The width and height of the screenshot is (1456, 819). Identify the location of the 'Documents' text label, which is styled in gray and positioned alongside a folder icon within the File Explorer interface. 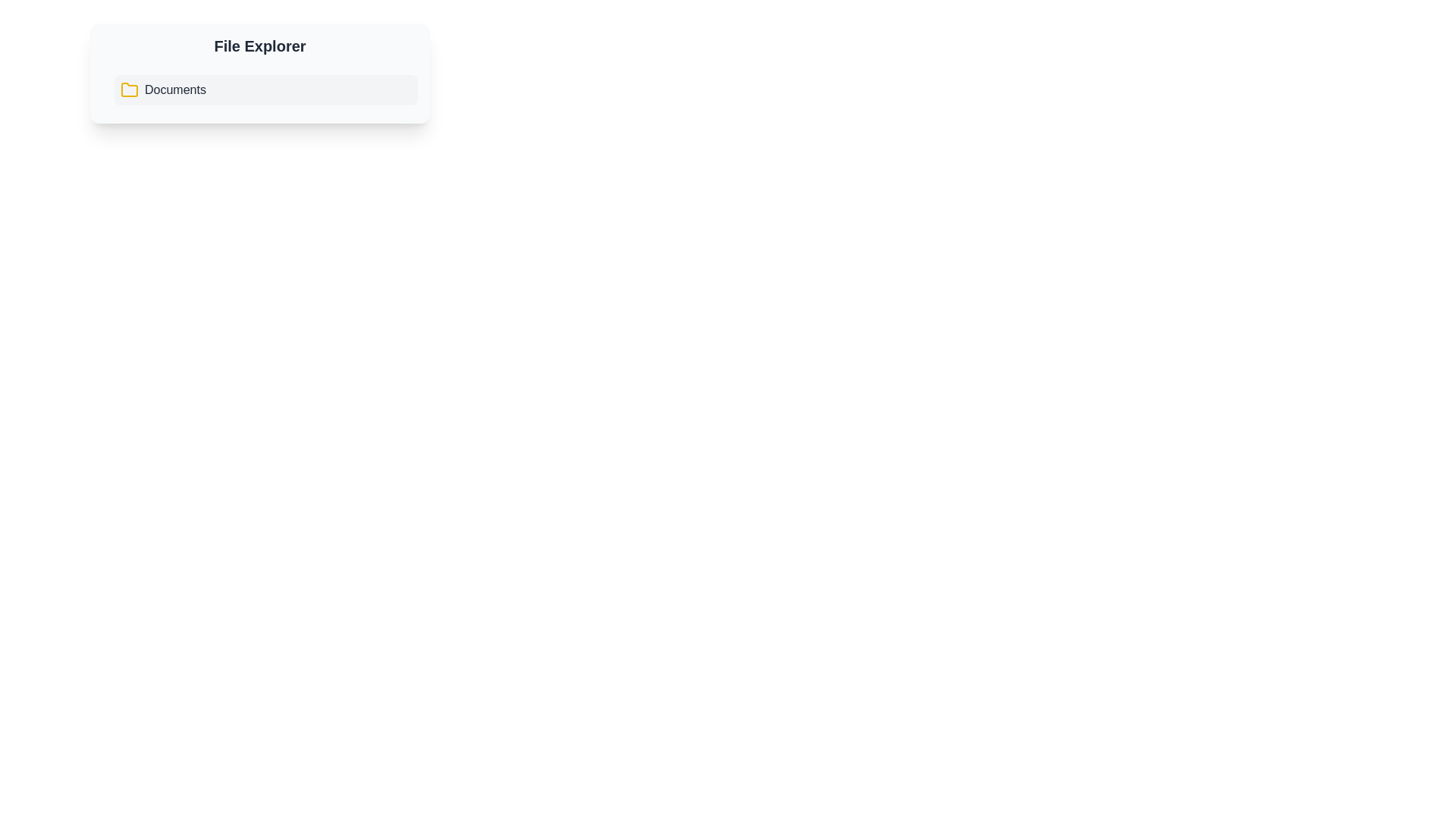
(175, 90).